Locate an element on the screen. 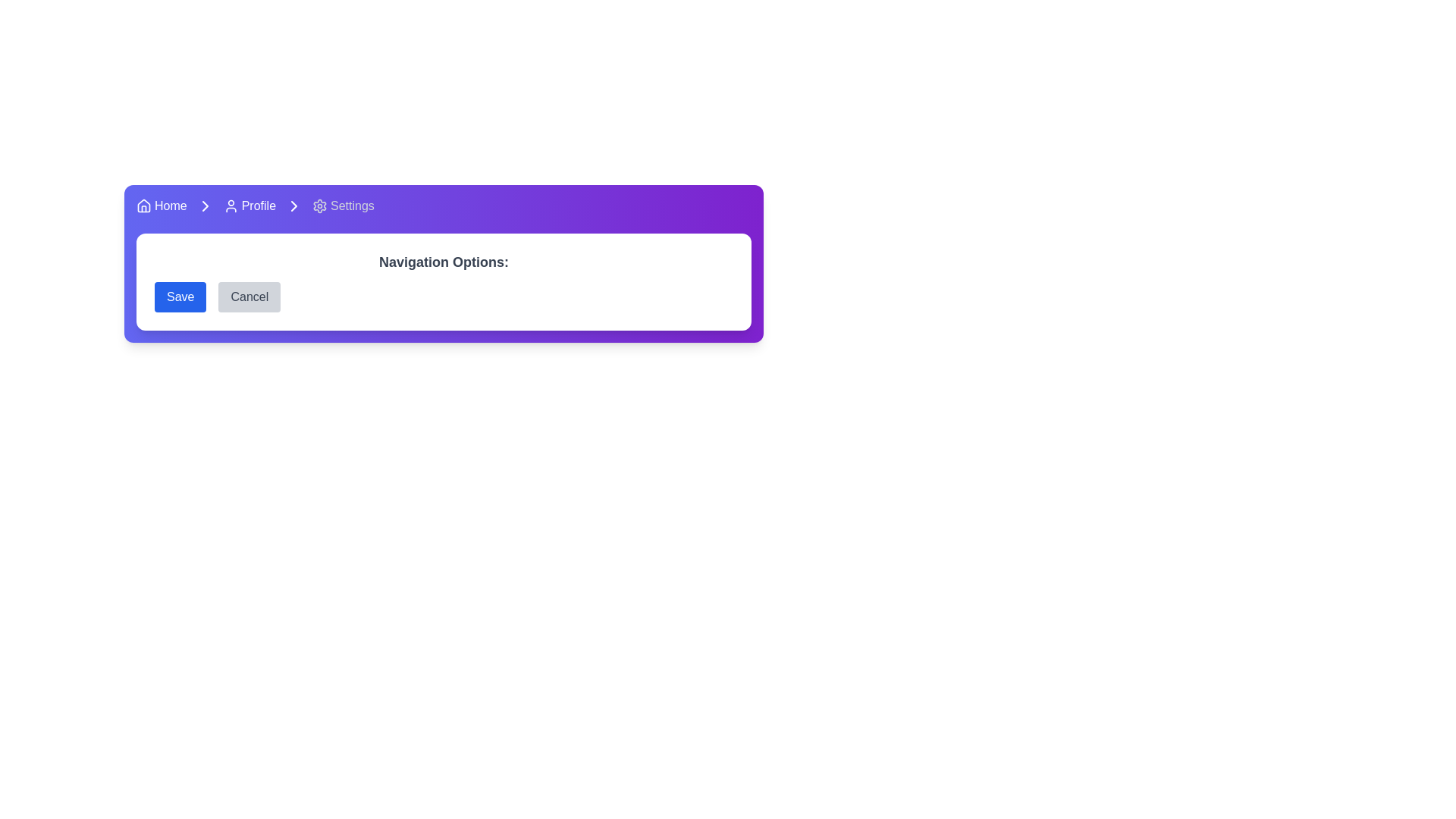 This screenshot has height=819, width=1456. the 'Settings' text label located on the far-right of the navigation bar, styled in white on a purple background, adjacent to the gear icon is located at coordinates (352, 206).